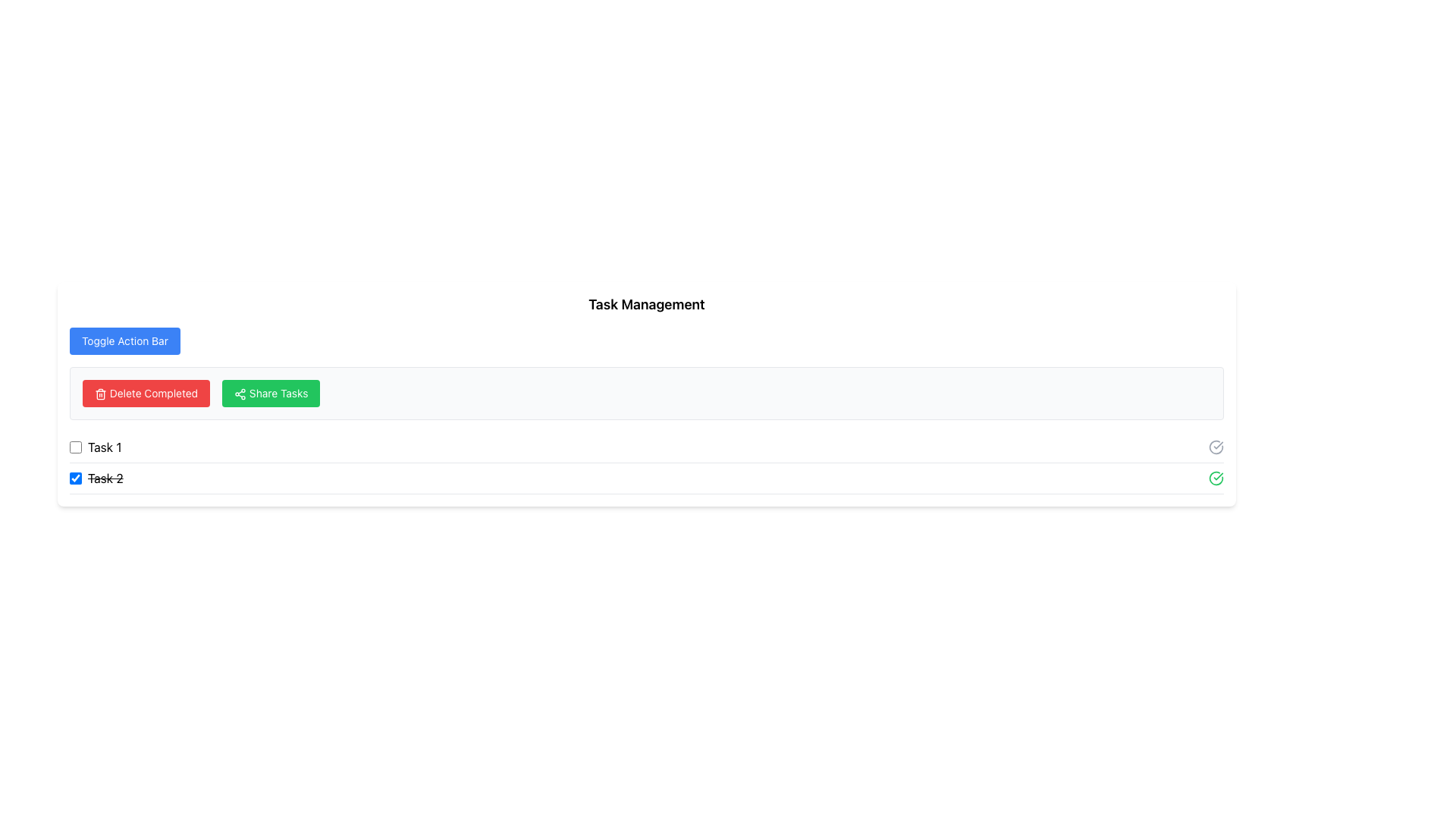 This screenshot has height=819, width=1456. I want to click on the Icon located to the right of the text label 'Task 2' in the second row of the task list, so click(1216, 447).